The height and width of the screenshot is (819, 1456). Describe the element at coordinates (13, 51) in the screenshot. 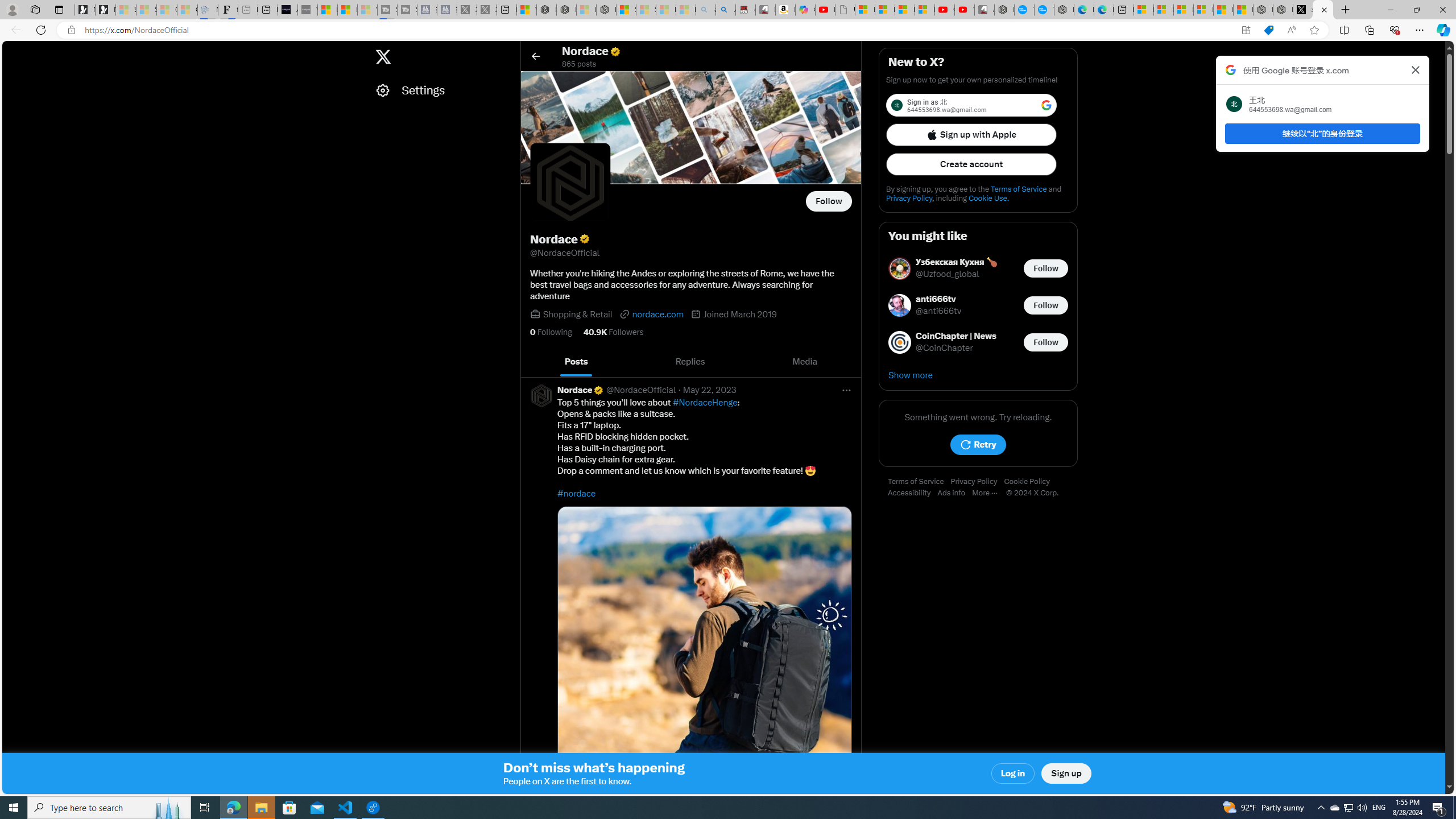

I see `'Skip to home timeline'` at that location.